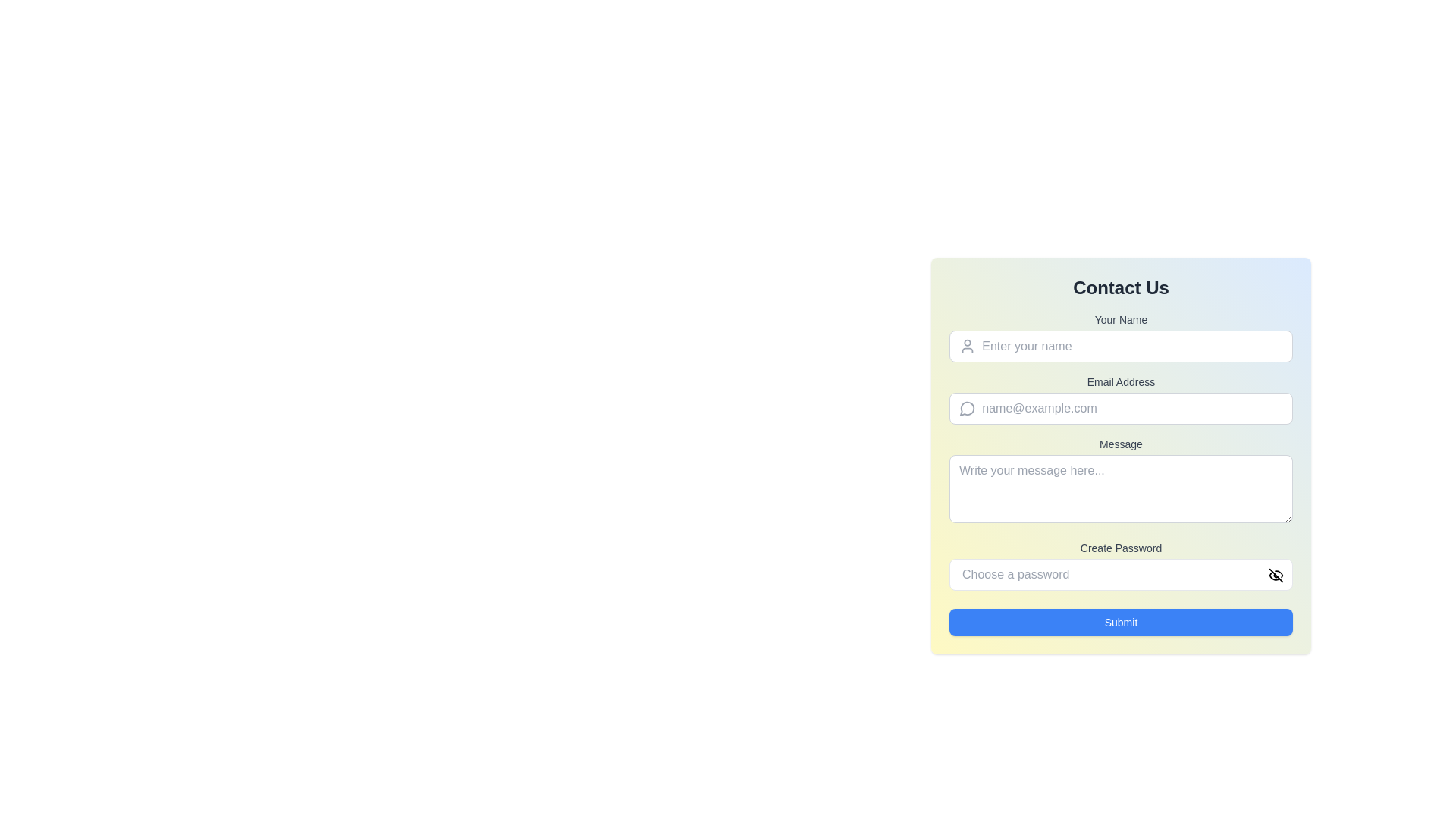 The image size is (1456, 819). I want to click on the informative title text label at the top of the form, which sets the context for the fields below, so click(1121, 288).